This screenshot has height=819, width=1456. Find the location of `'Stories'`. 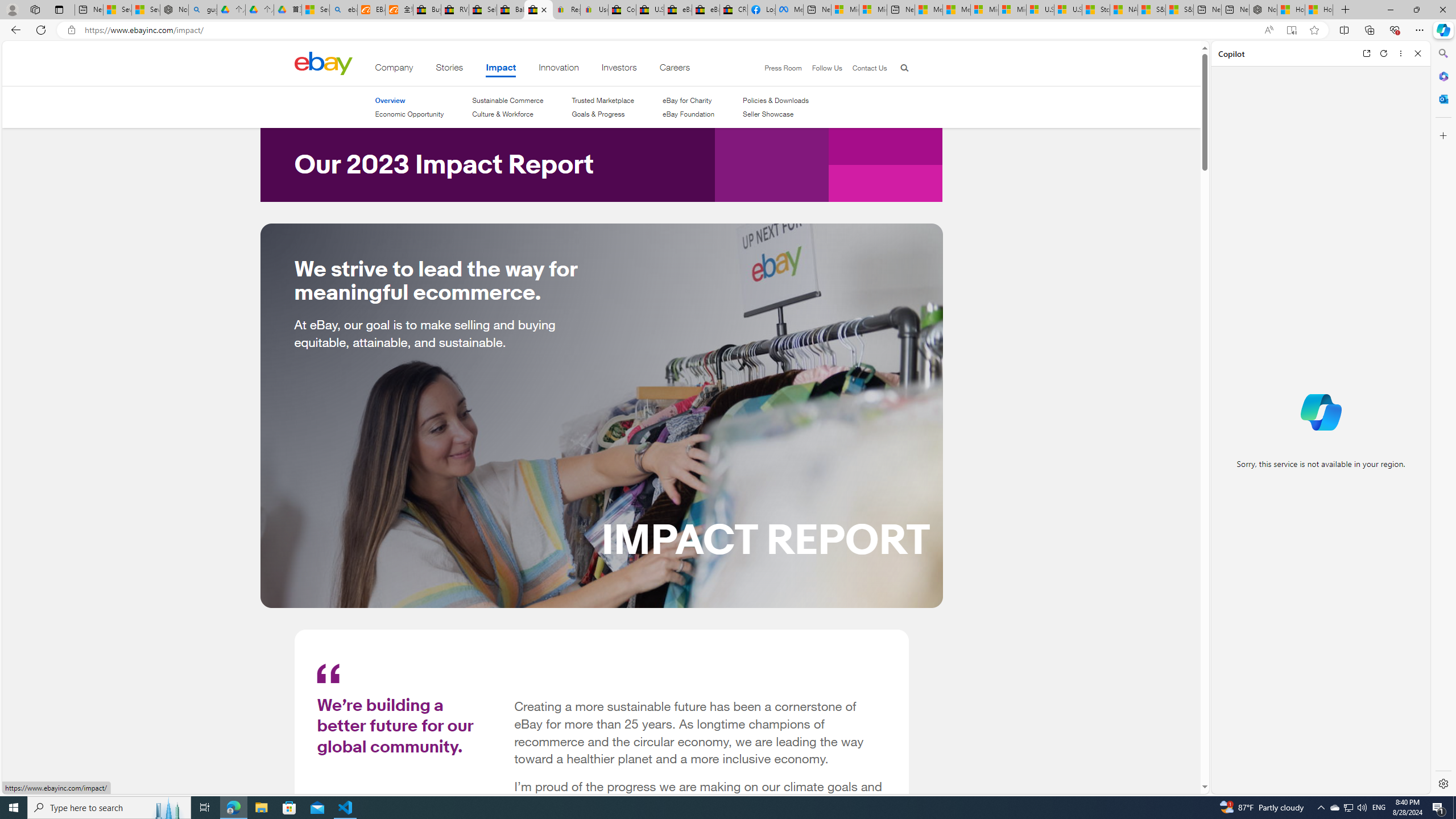

'Stories' is located at coordinates (448, 69).